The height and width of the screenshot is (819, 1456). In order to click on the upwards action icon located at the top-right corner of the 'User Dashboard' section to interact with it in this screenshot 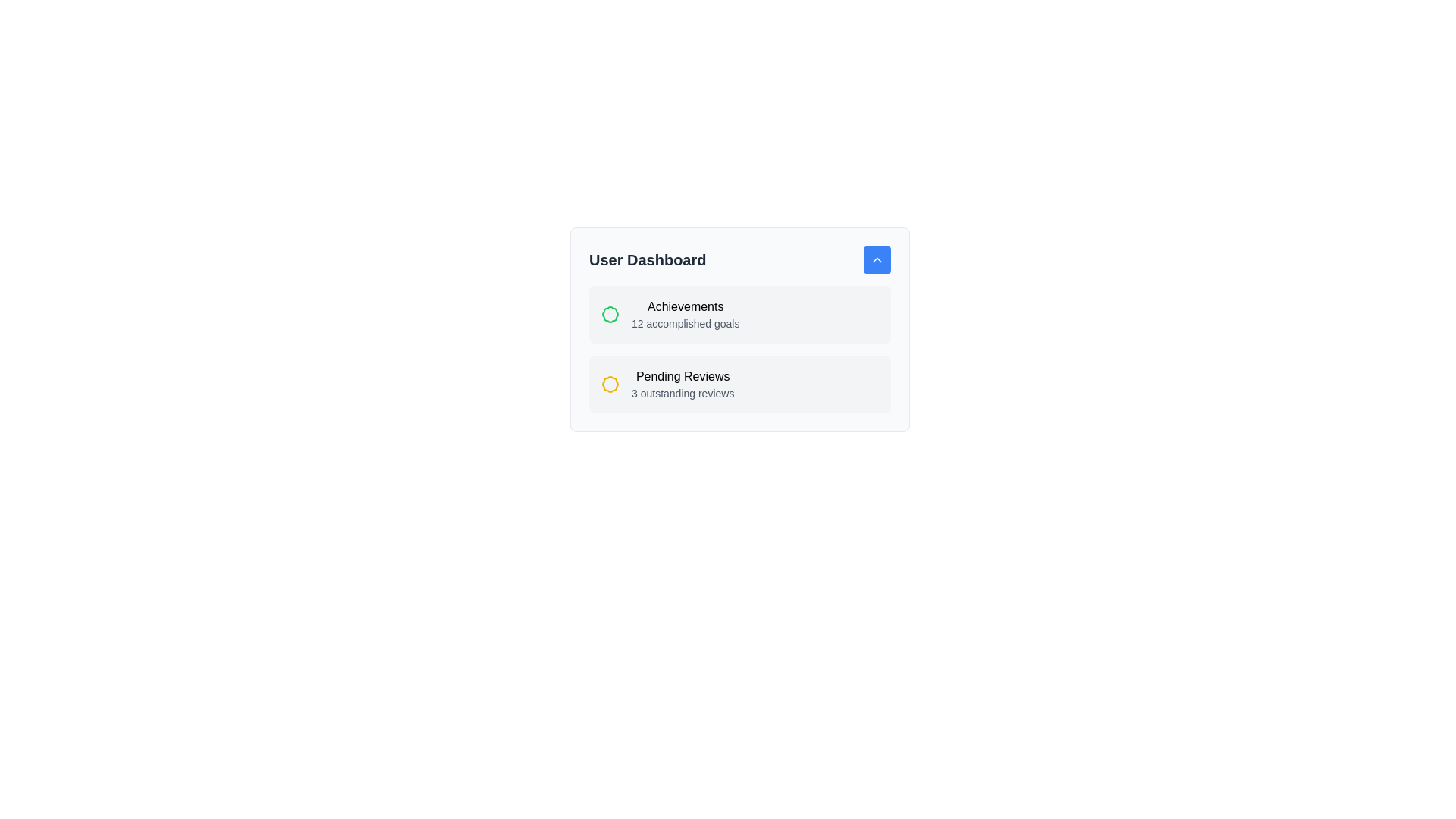, I will do `click(877, 259)`.